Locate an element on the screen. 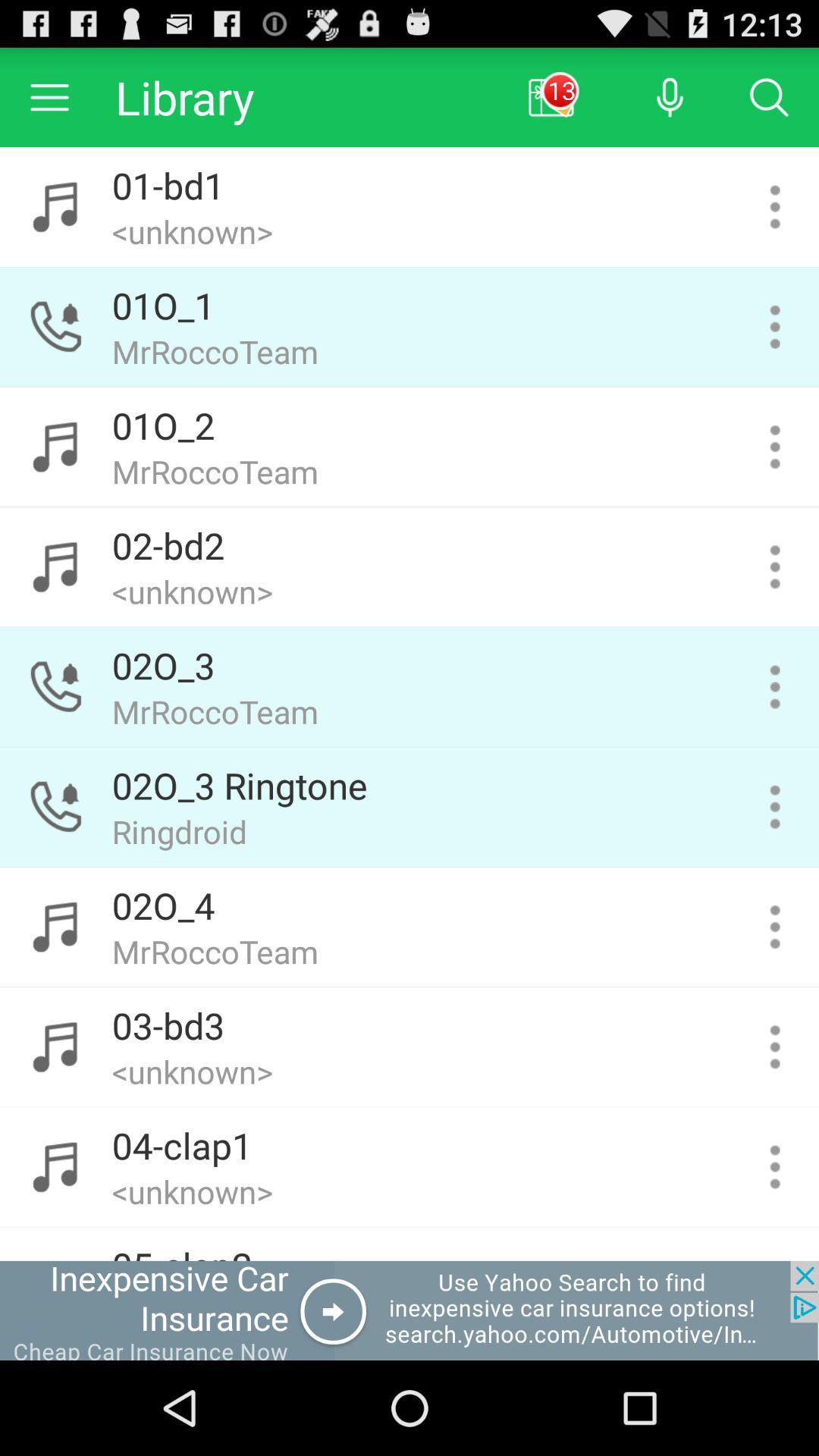 The width and height of the screenshot is (819, 1456). see more options is located at coordinates (775, 446).